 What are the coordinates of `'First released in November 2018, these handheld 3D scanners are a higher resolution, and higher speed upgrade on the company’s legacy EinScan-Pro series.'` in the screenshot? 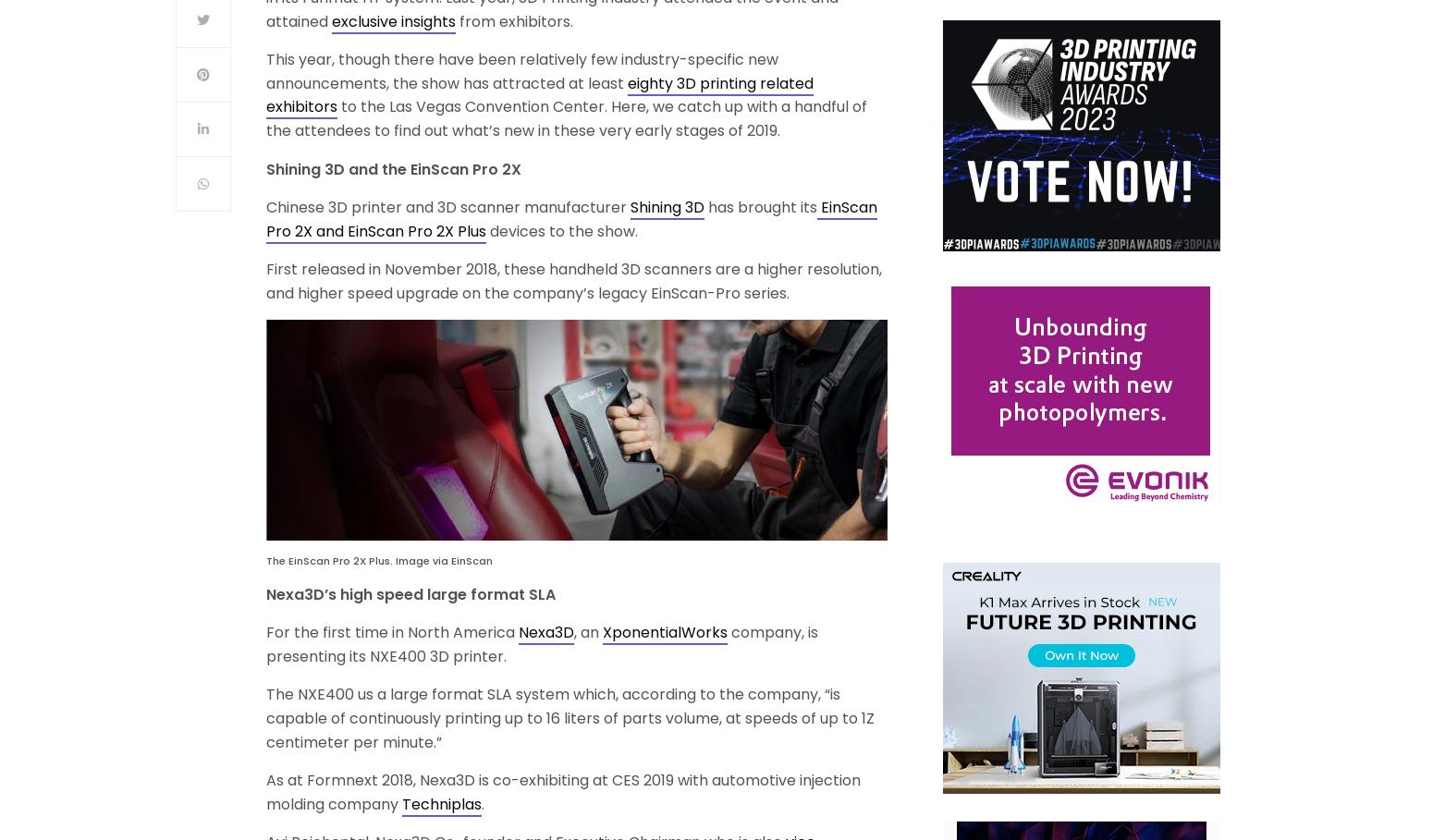 It's located at (573, 279).